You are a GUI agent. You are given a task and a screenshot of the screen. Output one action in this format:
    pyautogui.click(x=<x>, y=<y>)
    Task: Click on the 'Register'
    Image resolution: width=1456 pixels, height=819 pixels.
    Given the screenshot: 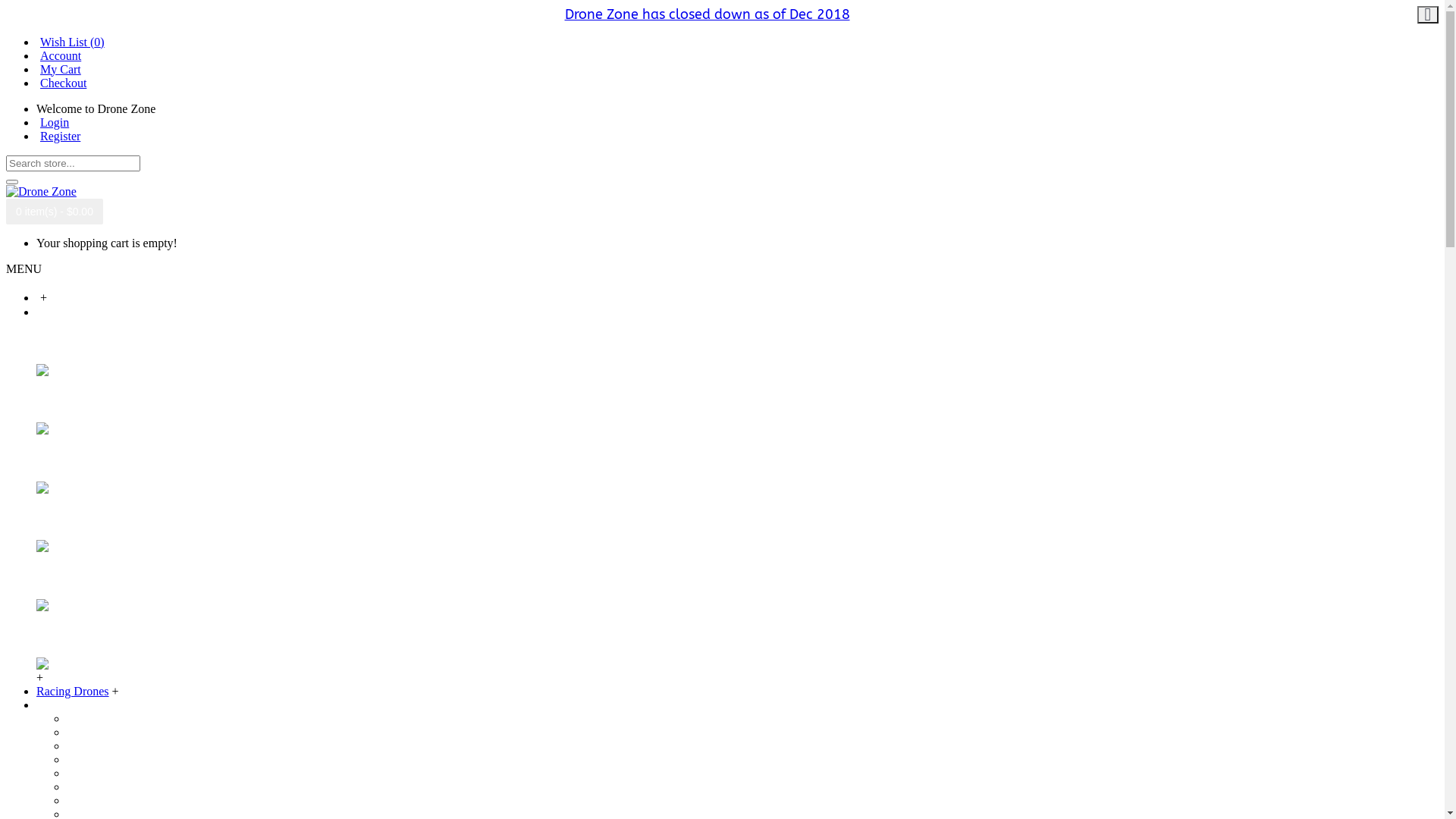 What is the action you would take?
    pyautogui.click(x=58, y=134)
    